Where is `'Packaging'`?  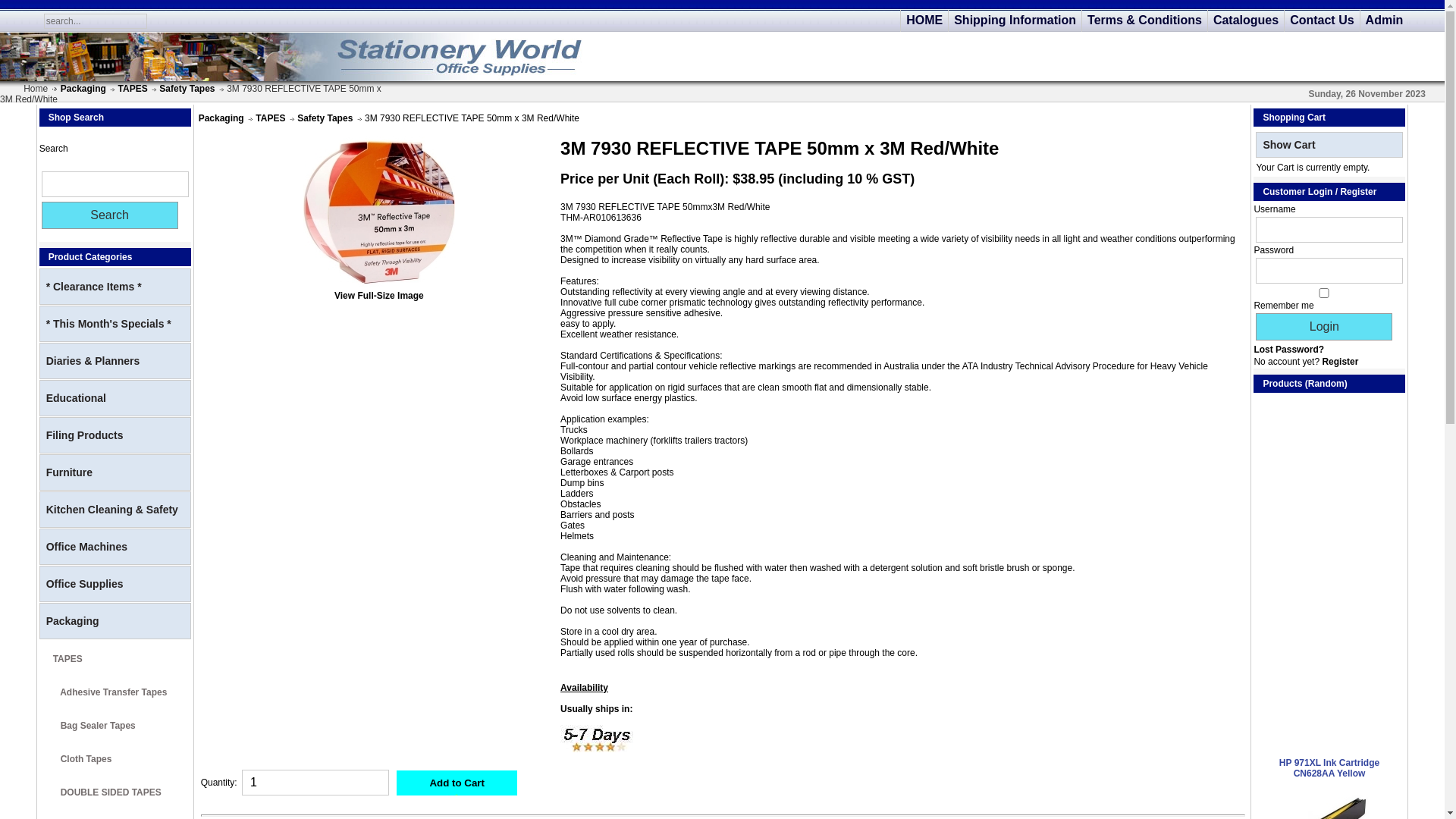 'Packaging' is located at coordinates (221, 117).